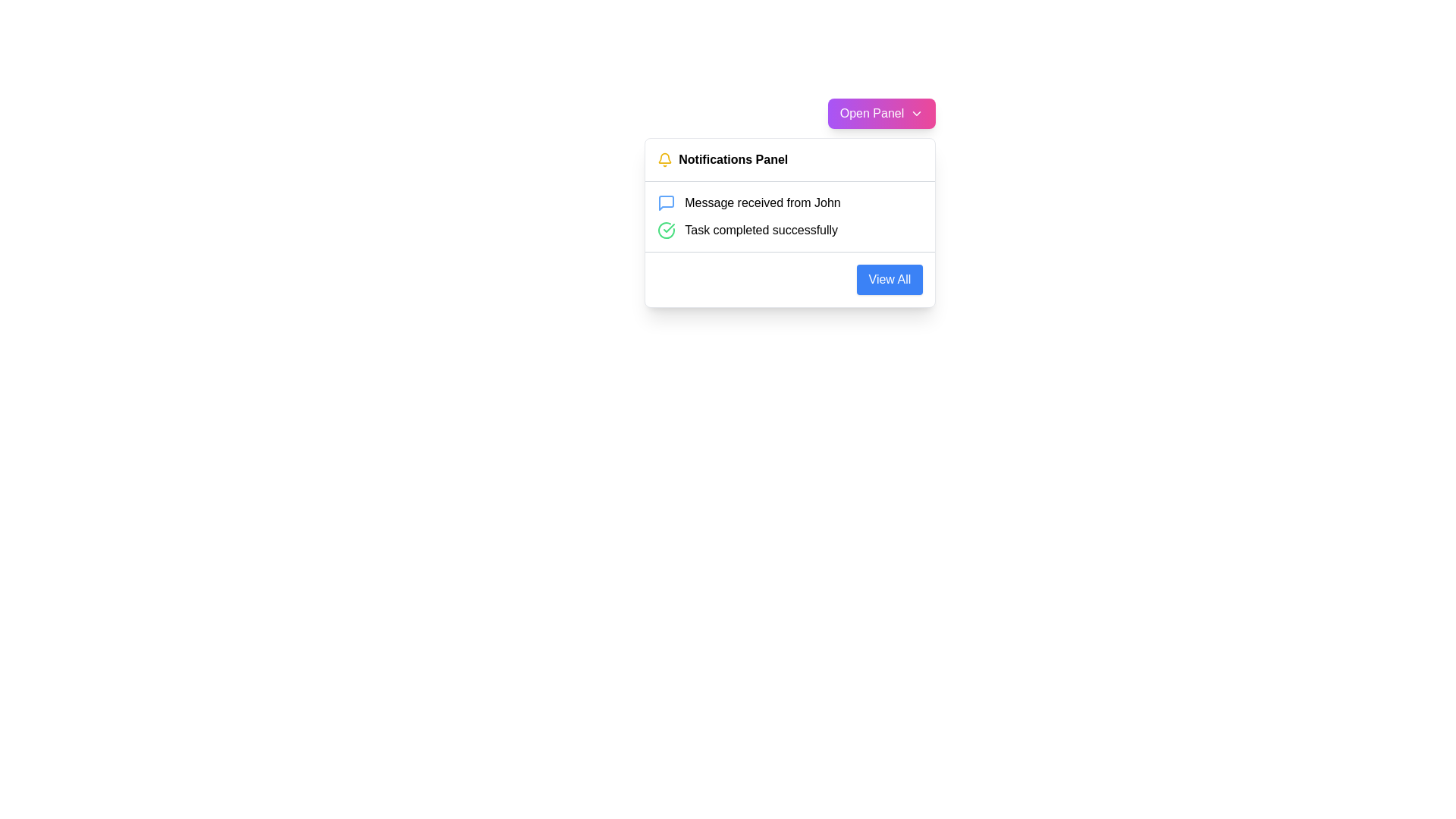 The image size is (1456, 819). Describe the element at coordinates (916, 113) in the screenshot. I see `the chevron indicator located inside the 'Open Panel' button` at that location.